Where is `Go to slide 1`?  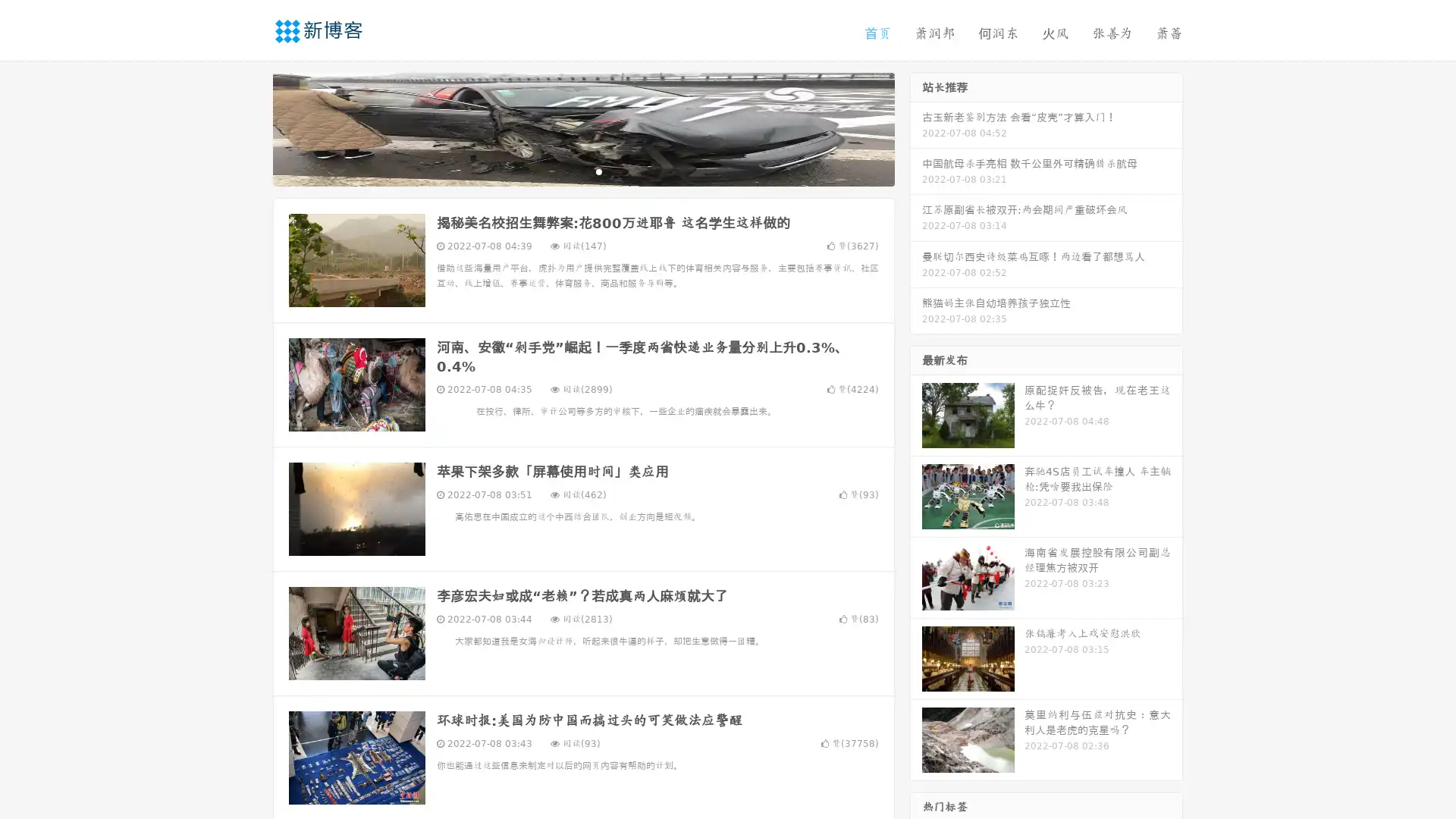 Go to slide 1 is located at coordinates (567, 171).